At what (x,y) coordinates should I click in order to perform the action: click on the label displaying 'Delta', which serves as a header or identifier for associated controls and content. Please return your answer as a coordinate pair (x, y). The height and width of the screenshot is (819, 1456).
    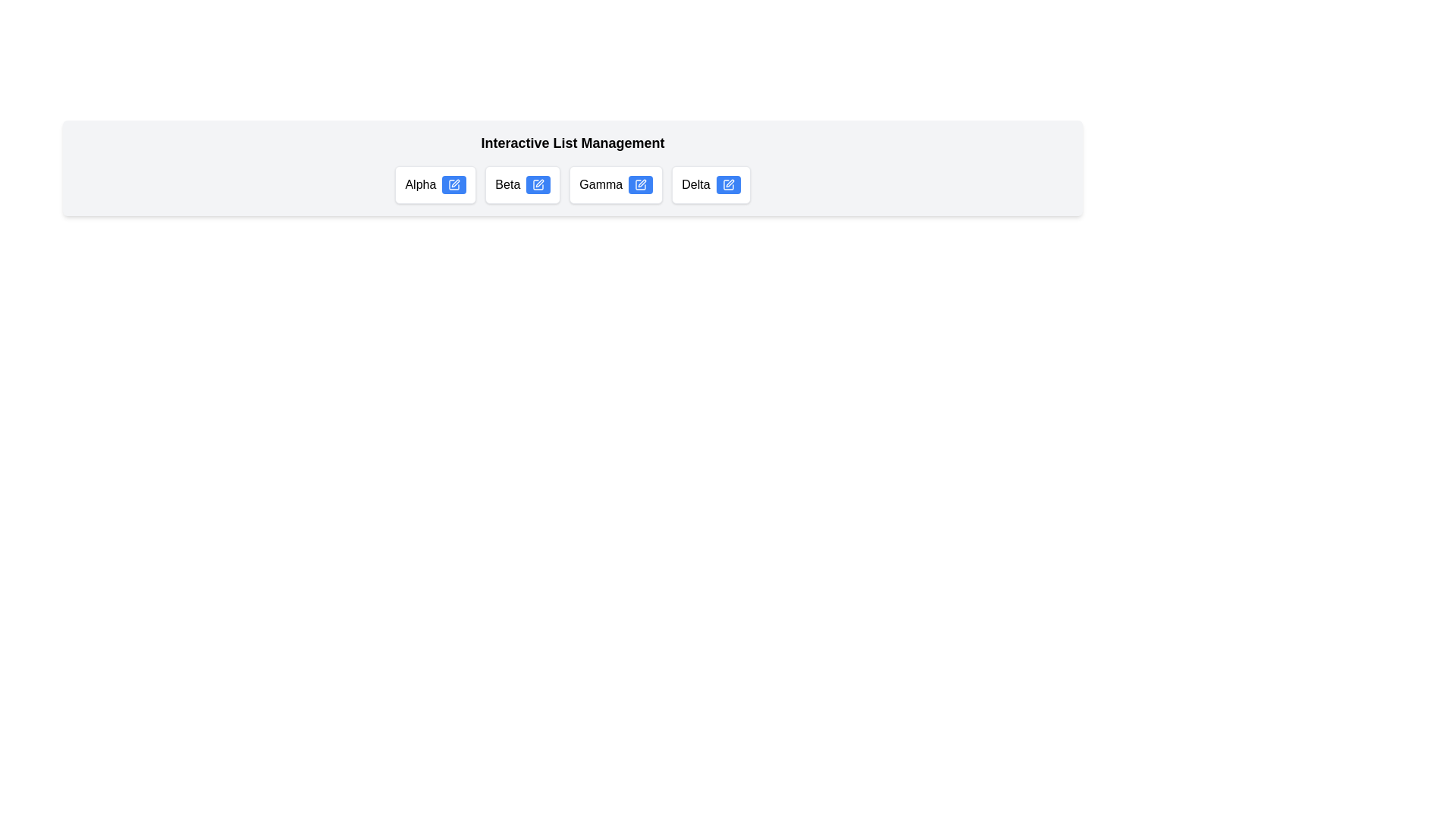
    Looking at the image, I should click on (695, 184).